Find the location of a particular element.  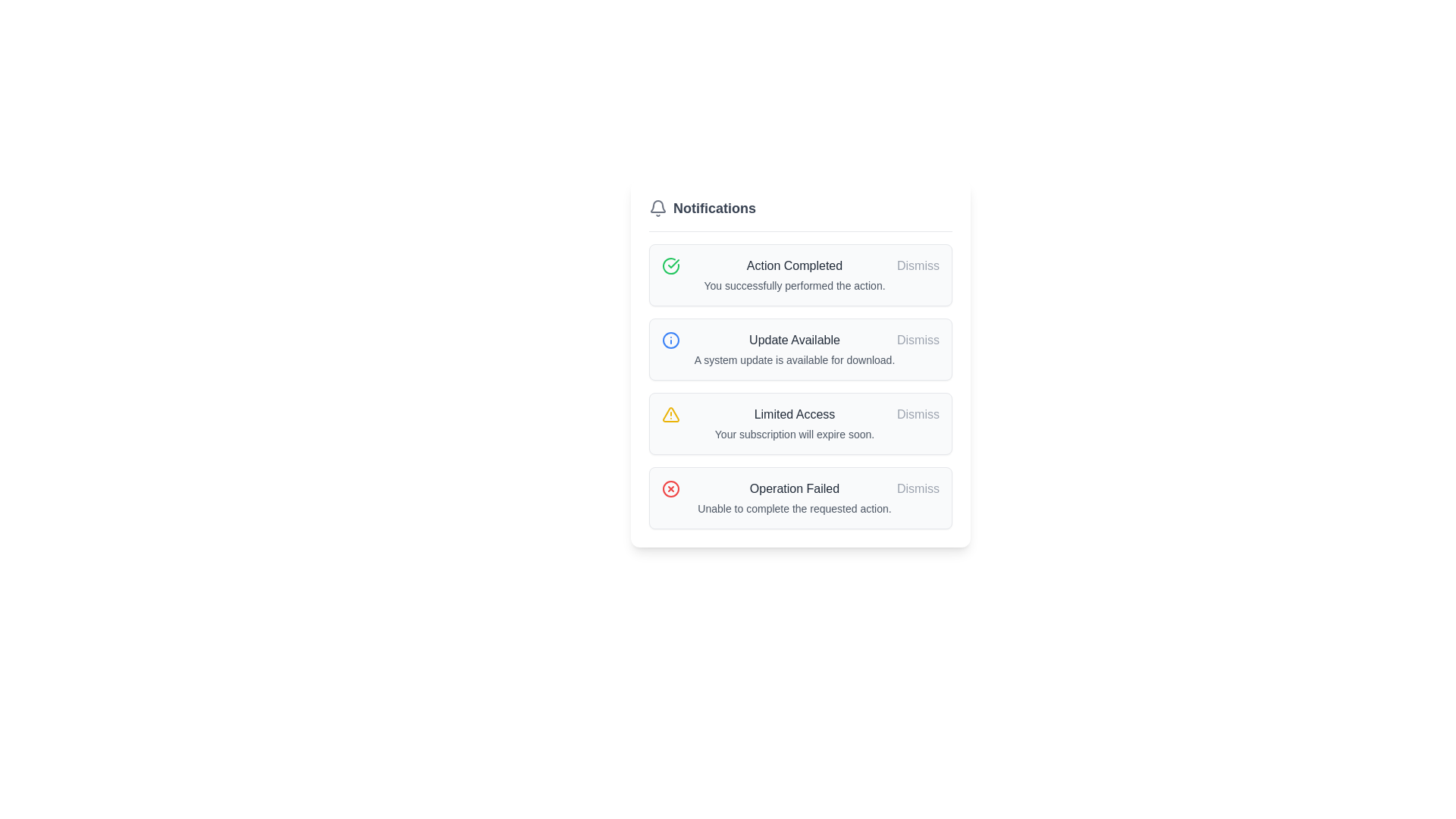

the Notification component that displays 'Limited Access' and 'Your subscription will expire soon.' in a notification list under 'Notifications' is located at coordinates (793, 424).